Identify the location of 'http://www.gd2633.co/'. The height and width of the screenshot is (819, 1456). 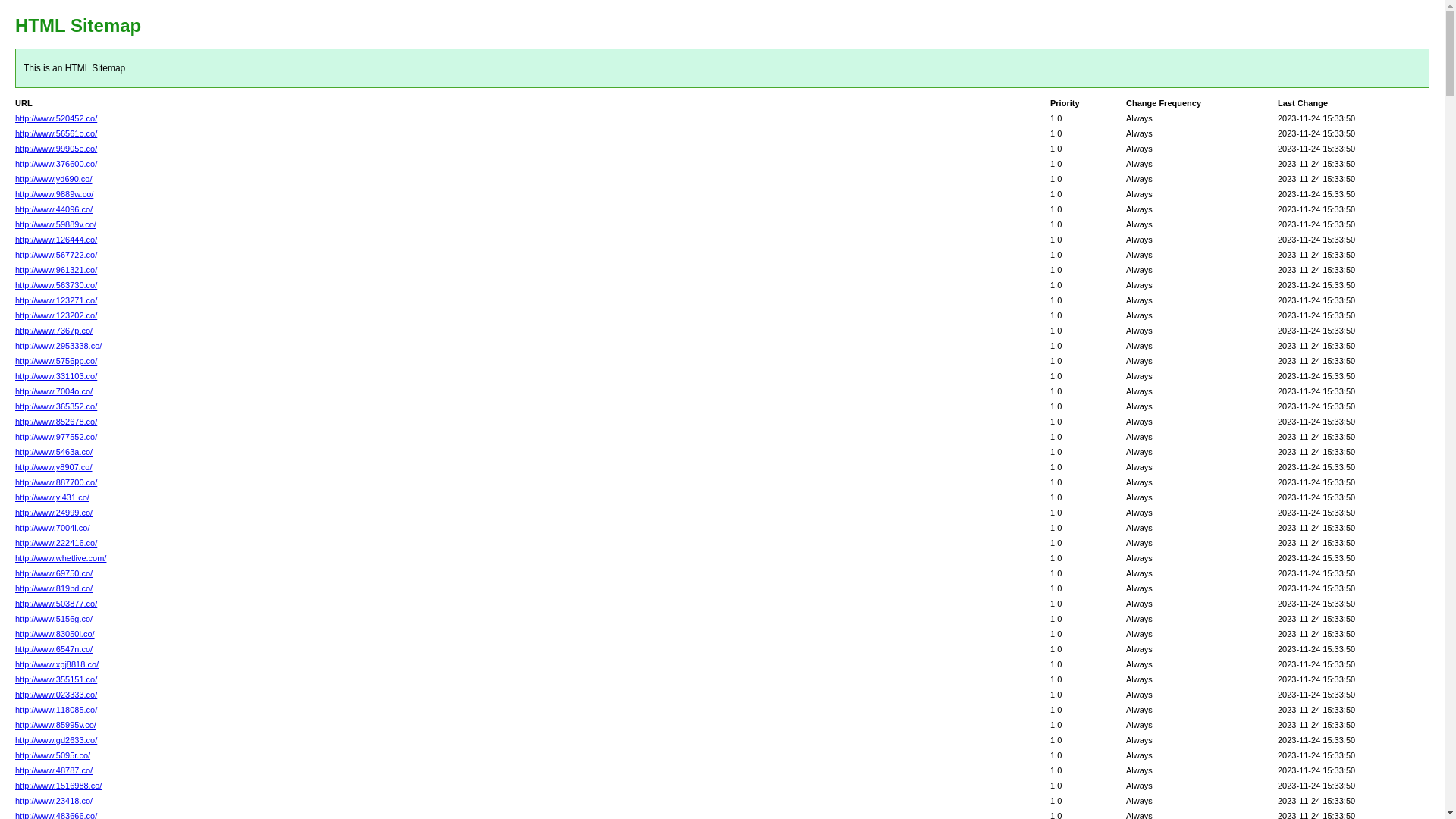
(14, 739).